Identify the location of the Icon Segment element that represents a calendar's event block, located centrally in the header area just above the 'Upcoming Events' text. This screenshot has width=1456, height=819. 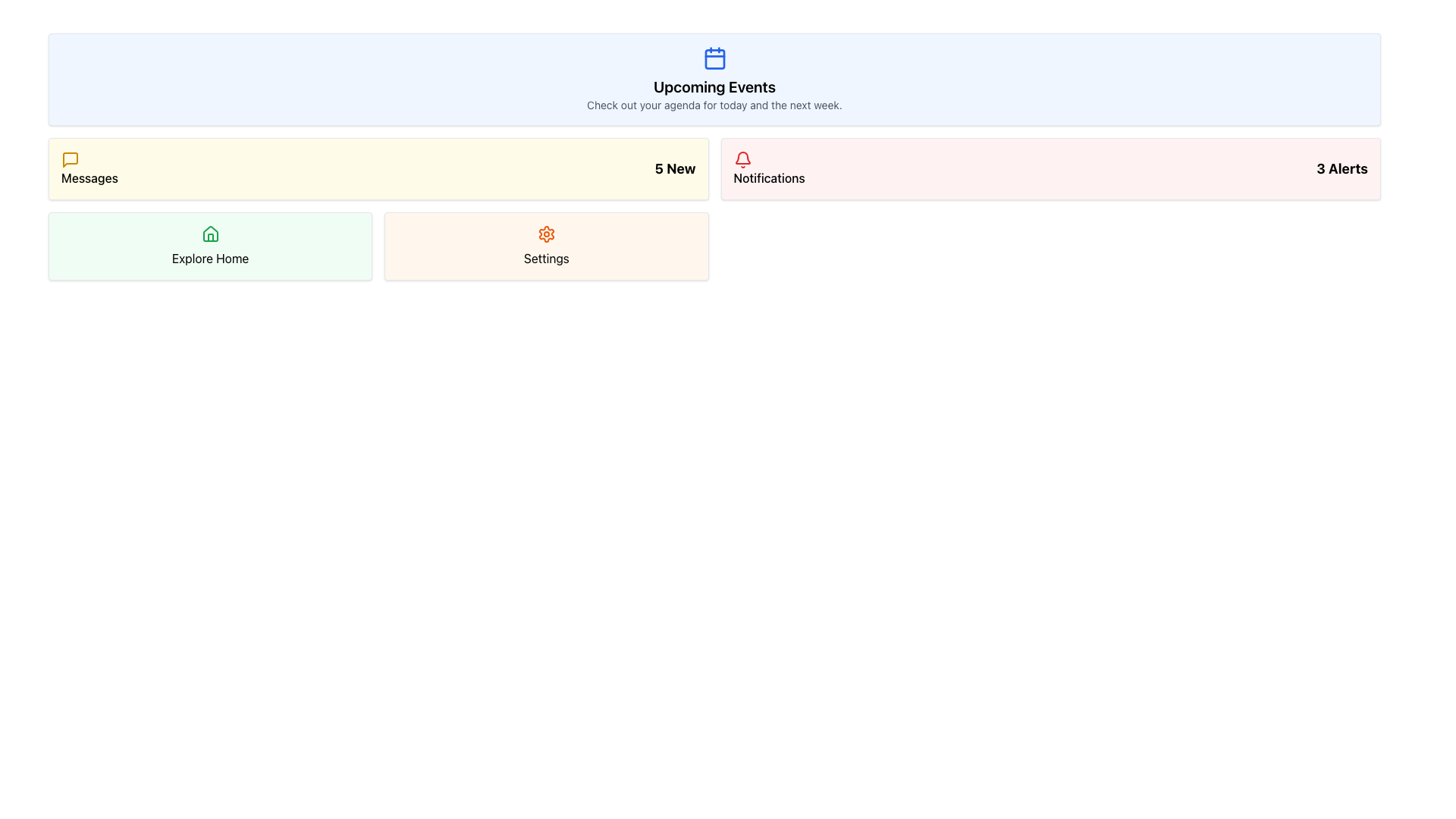
(714, 58).